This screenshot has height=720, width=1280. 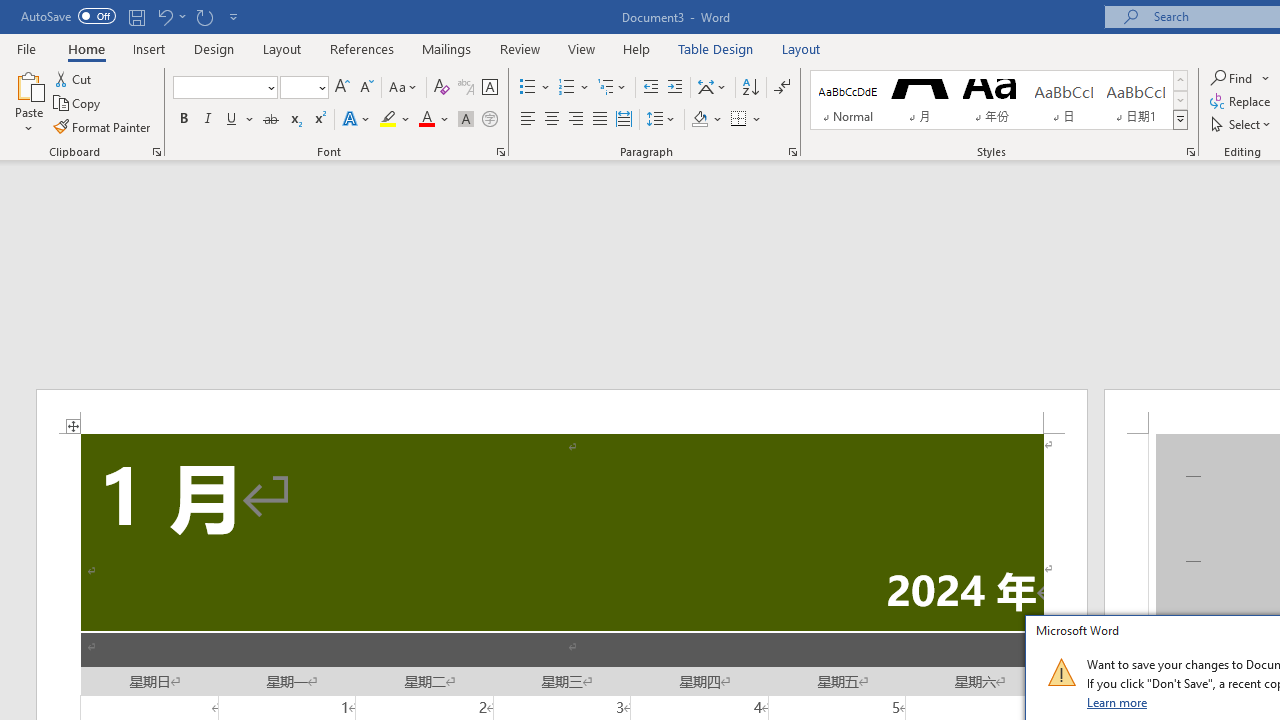 What do you see at coordinates (801, 48) in the screenshot?
I see `'Layout'` at bounding box center [801, 48].